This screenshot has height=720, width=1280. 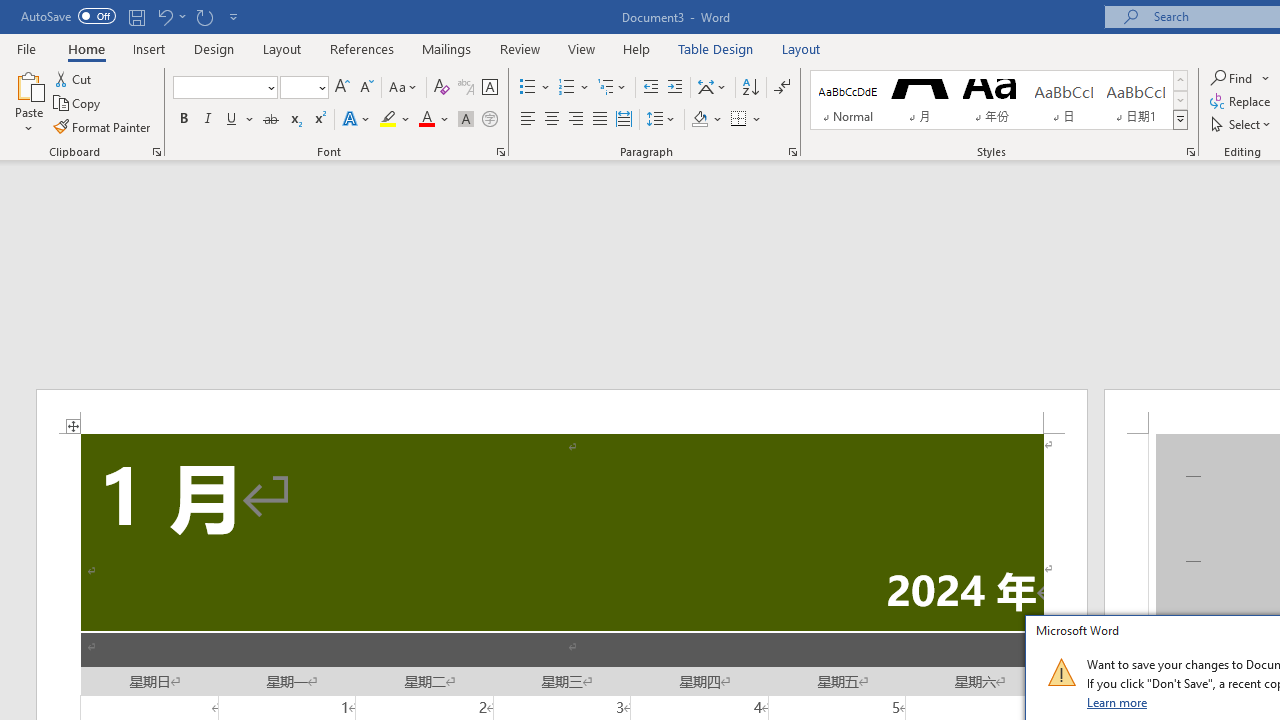 What do you see at coordinates (801, 48) in the screenshot?
I see `'Layout'` at bounding box center [801, 48].